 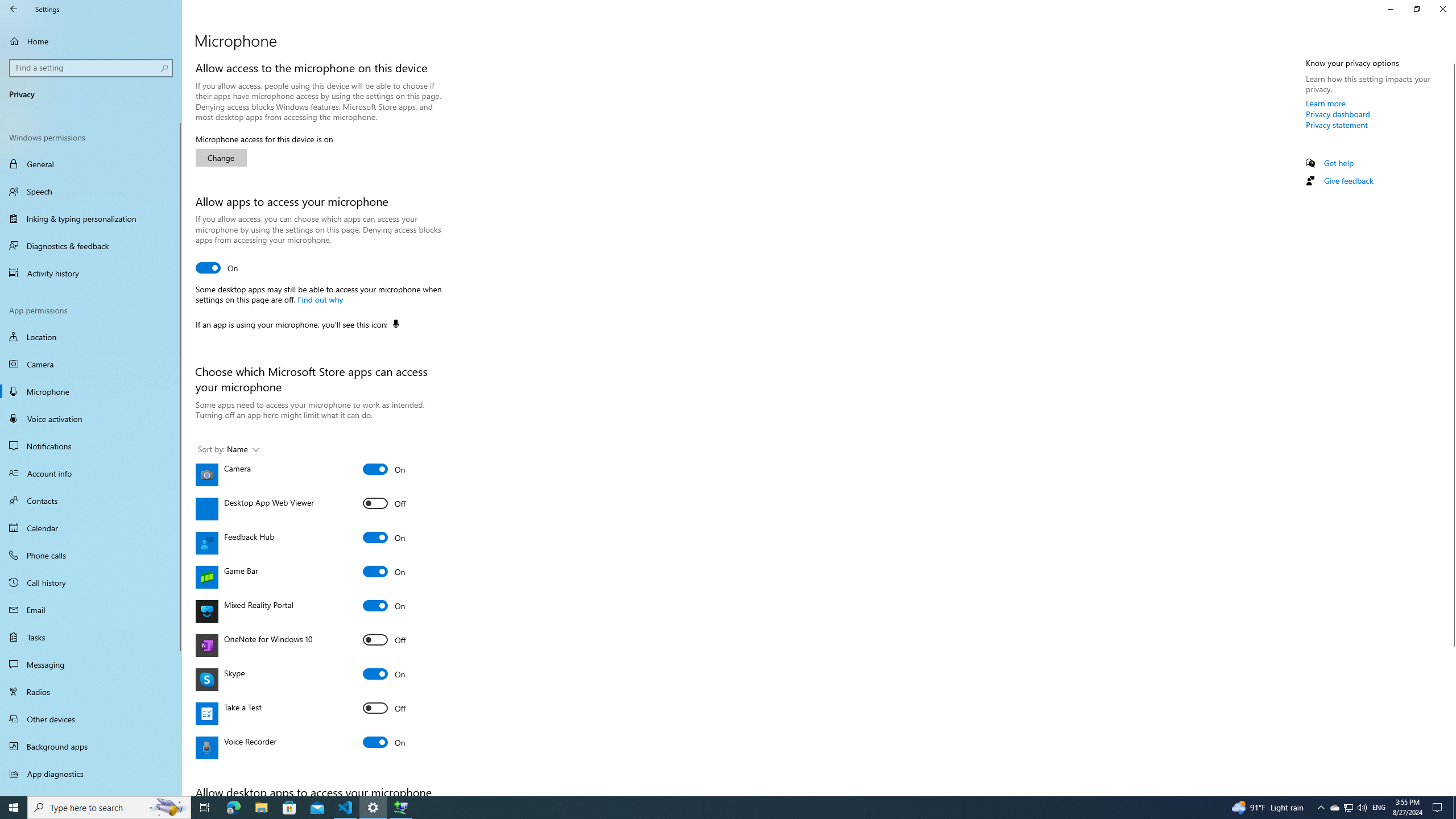 I want to click on 'Radios', so click(x=90, y=691).